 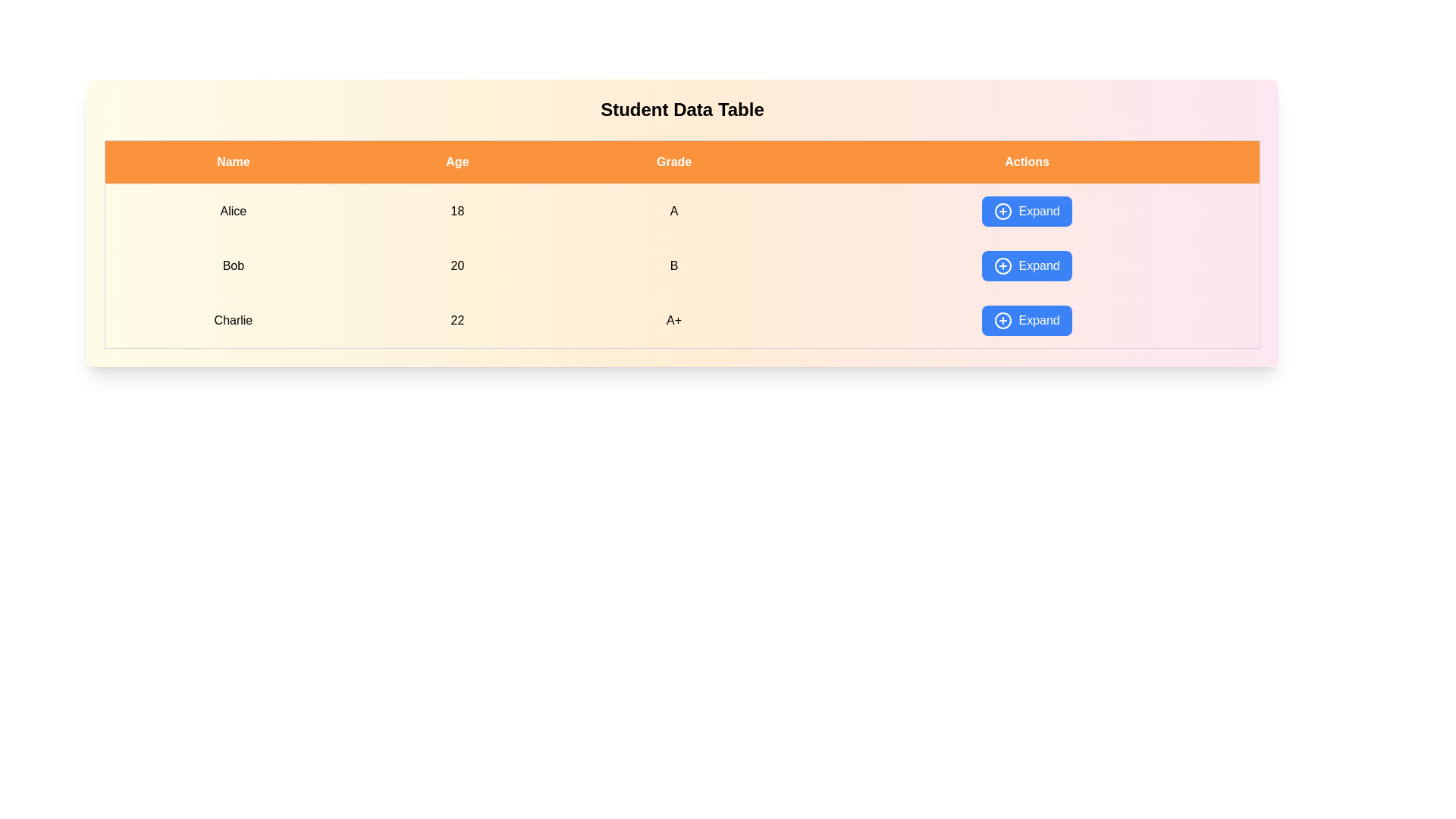 I want to click on the 'Expand' button located in the last row of the table under the 'Actions' column, which has a blue background and is aligned with the student 'Charlie.', so click(x=1027, y=320).